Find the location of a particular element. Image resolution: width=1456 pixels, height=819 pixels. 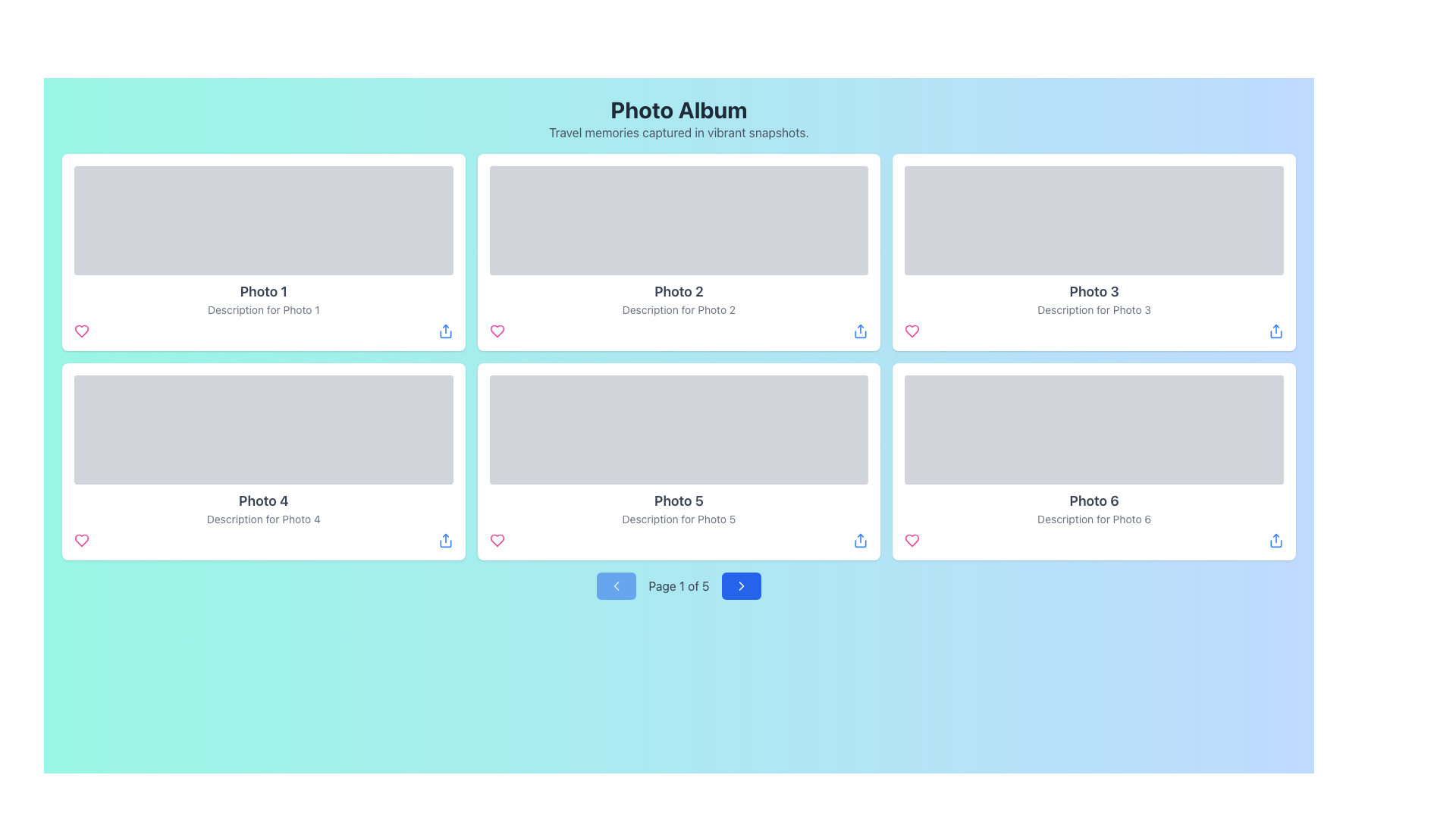

the pink heart icon button located in the bottom left corner of the 'Photo 3' card is located at coordinates (912, 330).